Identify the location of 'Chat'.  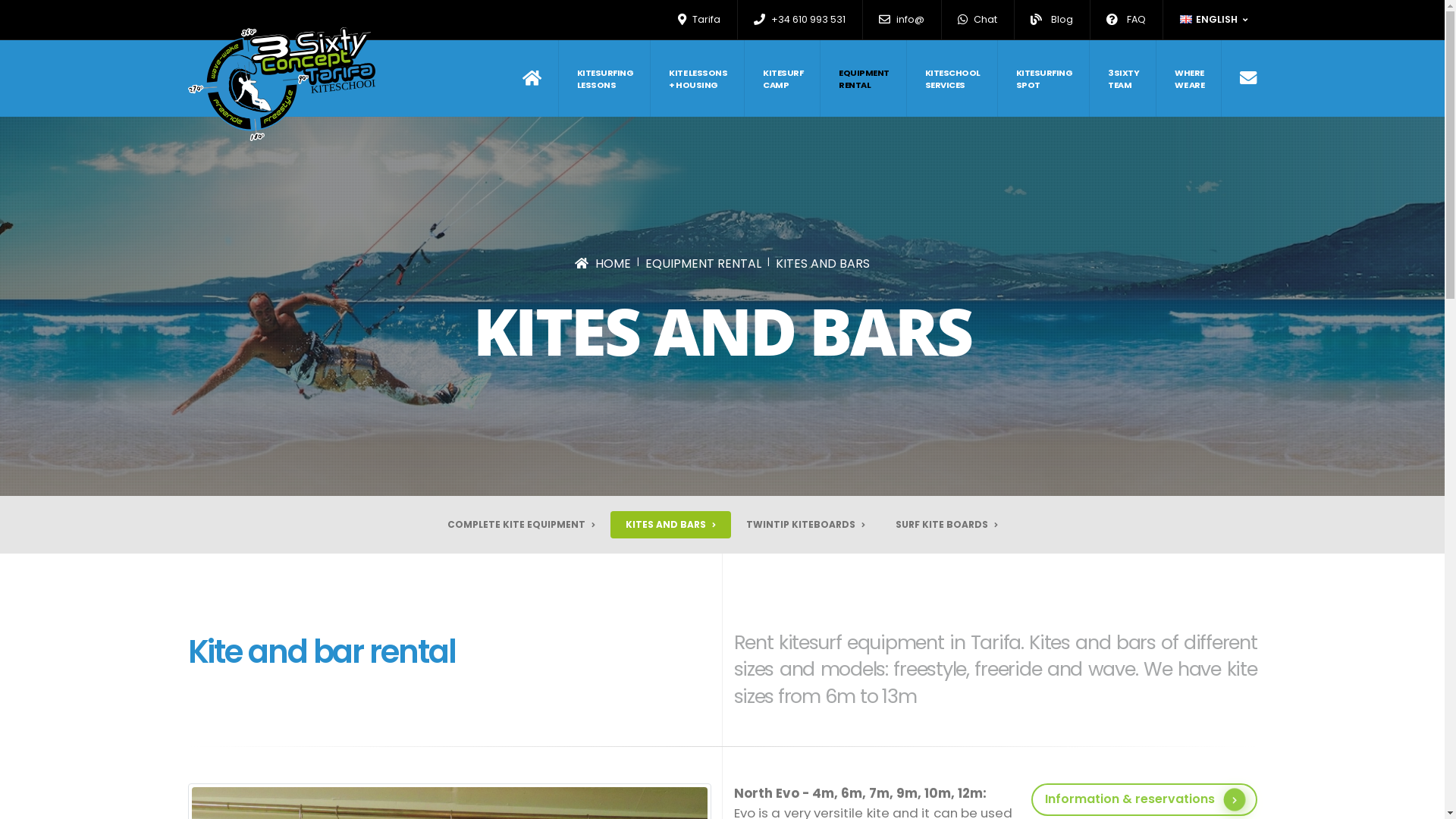
(977, 20).